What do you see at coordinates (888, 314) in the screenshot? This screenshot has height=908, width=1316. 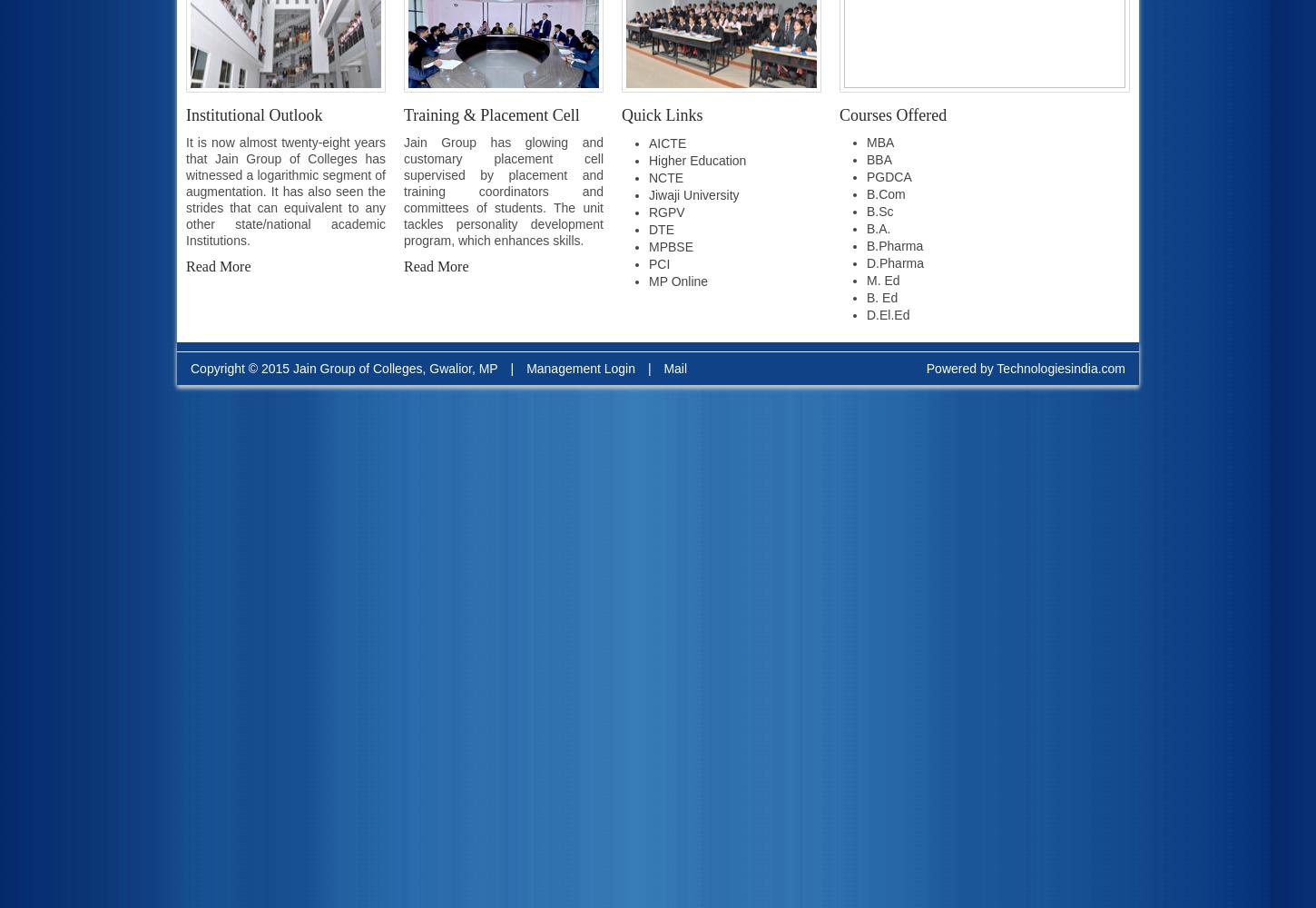 I see `'D.El.Ed'` at bounding box center [888, 314].